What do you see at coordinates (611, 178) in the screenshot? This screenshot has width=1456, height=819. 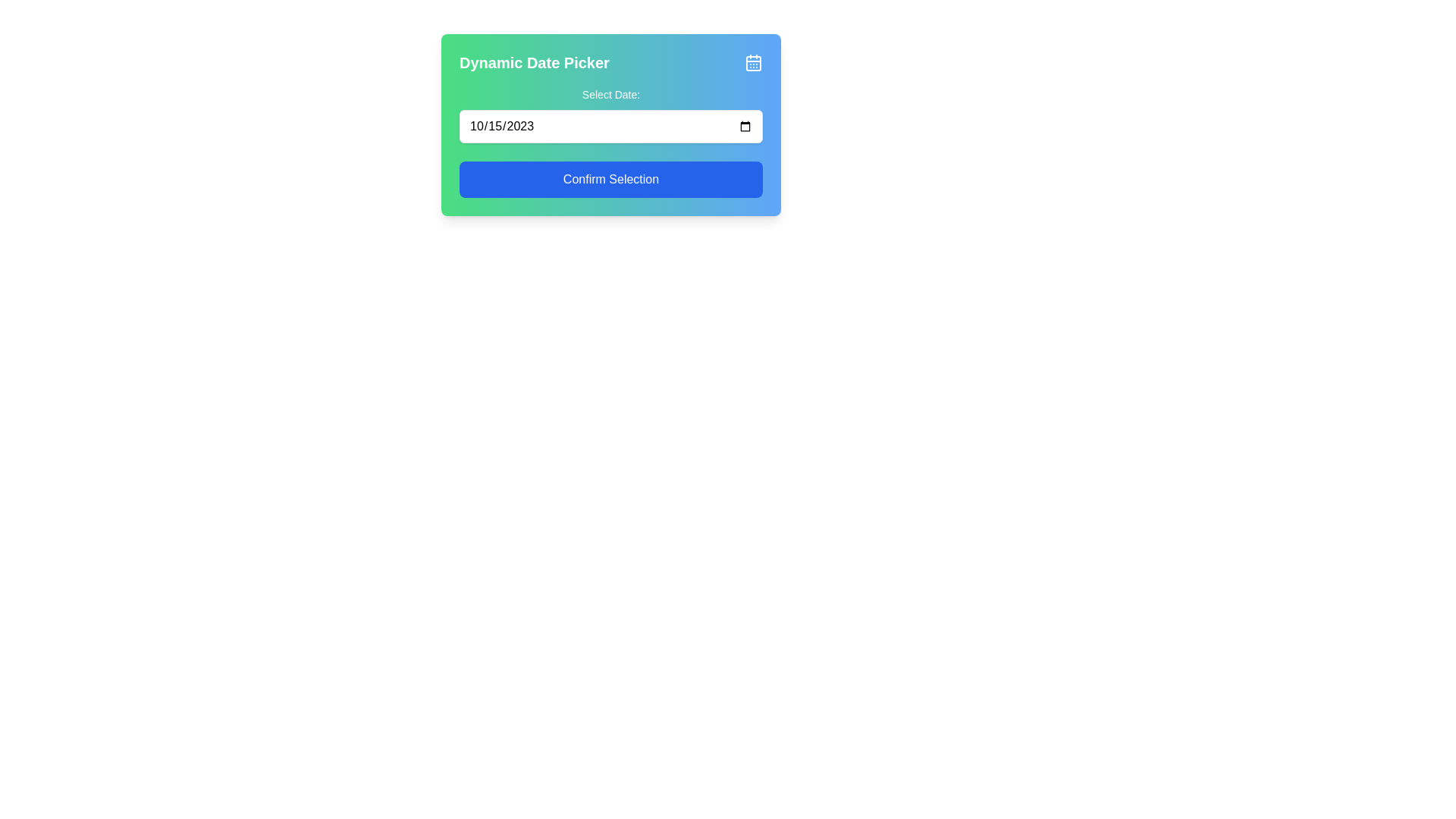 I see `the confirm button located at the bottom of the 'Dynamic Date Picker' card to confirm the selected date` at bounding box center [611, 178].